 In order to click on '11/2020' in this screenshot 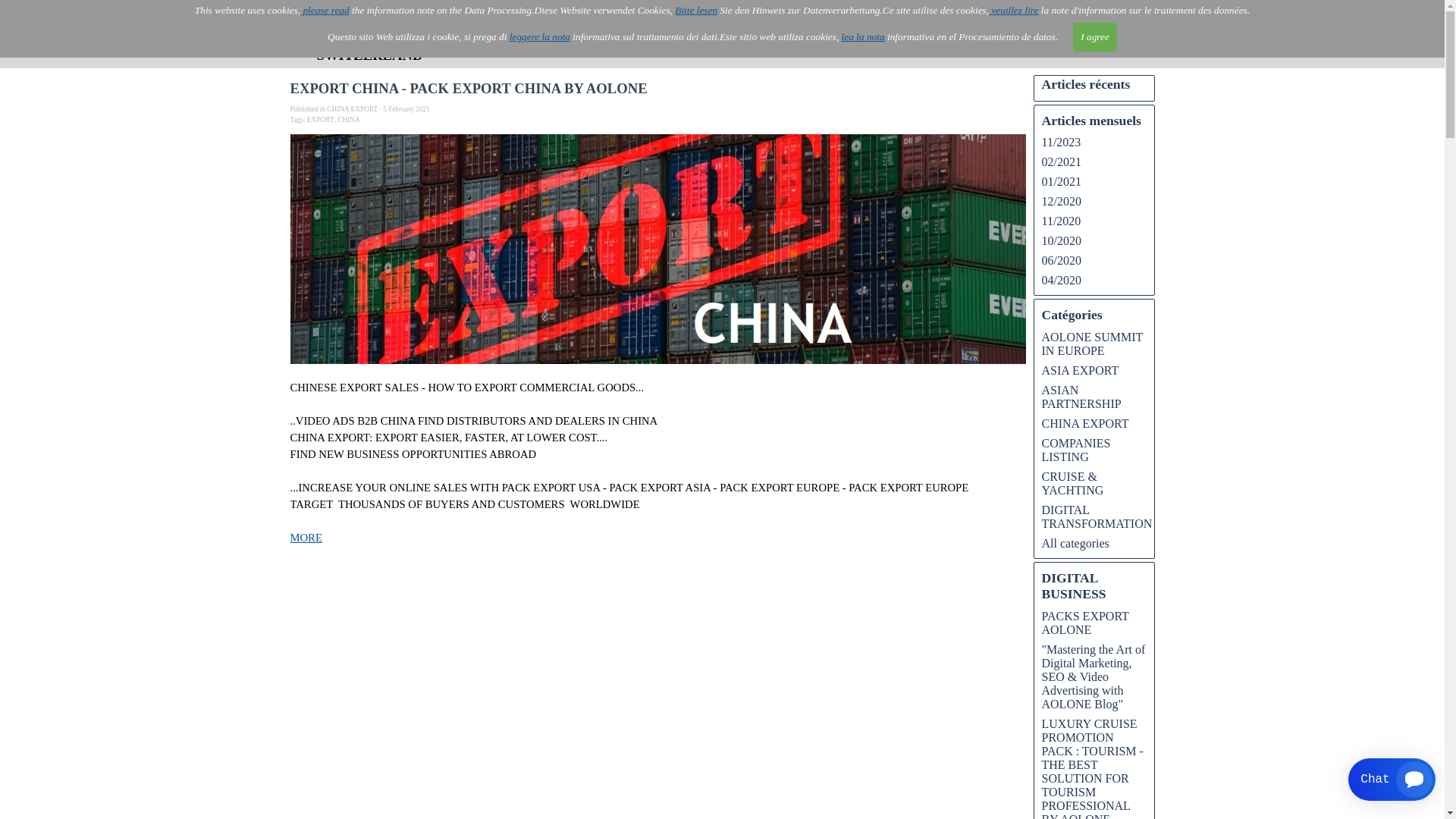, I will do `click(1061, 221)`.